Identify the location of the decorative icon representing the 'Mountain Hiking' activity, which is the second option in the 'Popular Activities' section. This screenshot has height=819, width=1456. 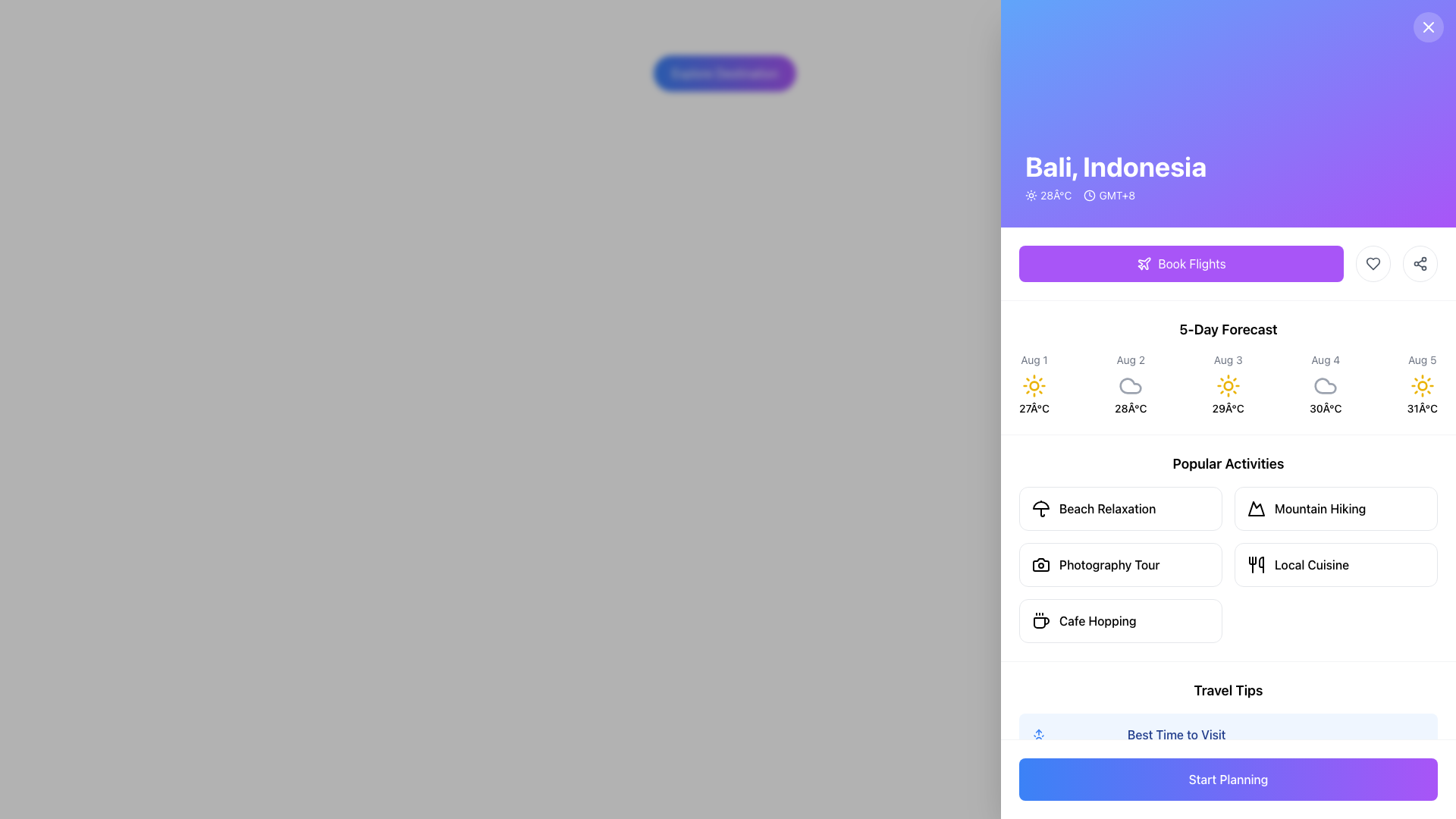
(1256, 509).